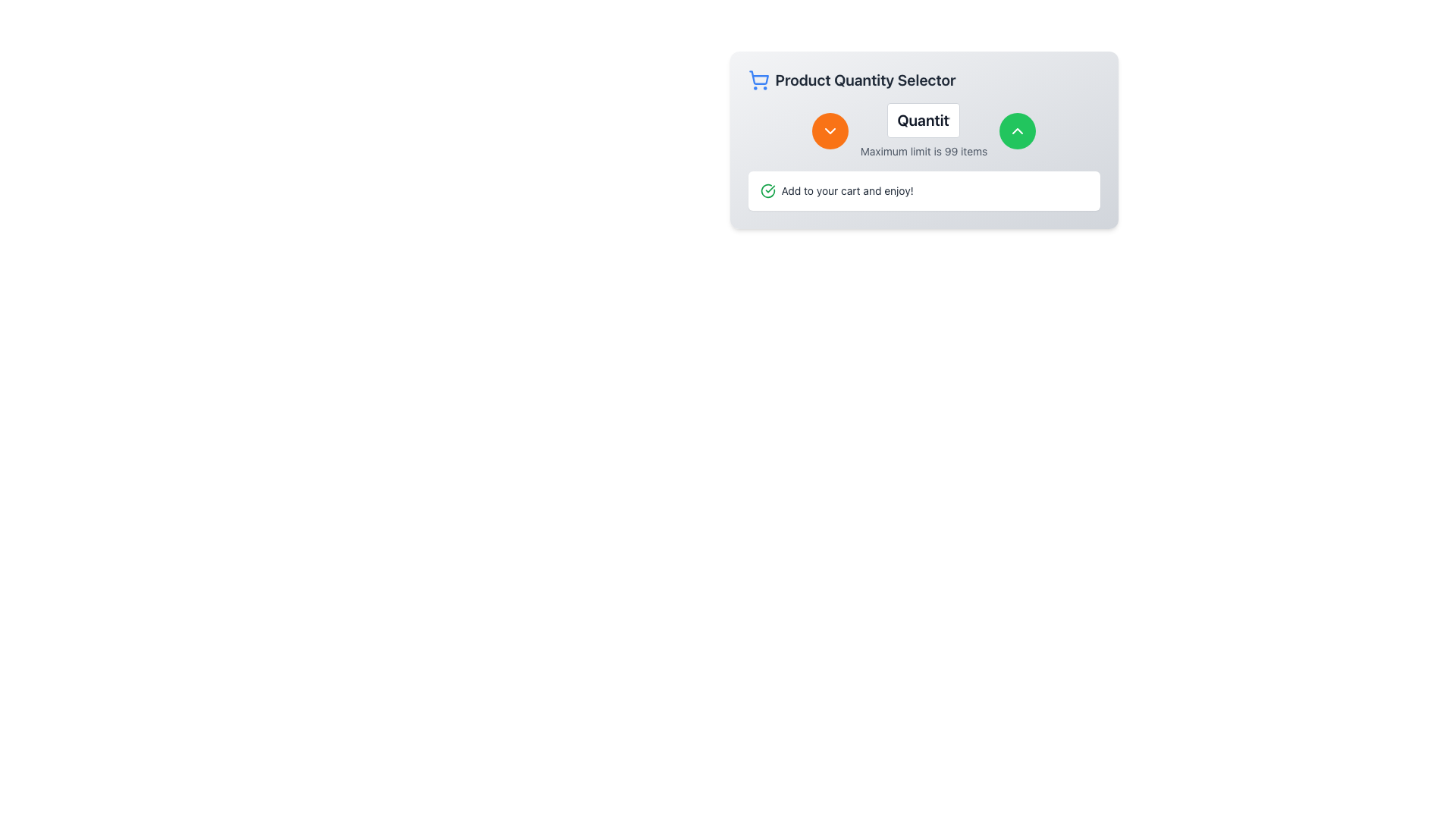 This screenshot has width=1456, height=819. Describe the element at coordinates (1018, 130) in the screenshot. I see `the button located on the rightmost side of the row containing the quantity selector to increase the quantity of the selected item` at that location.